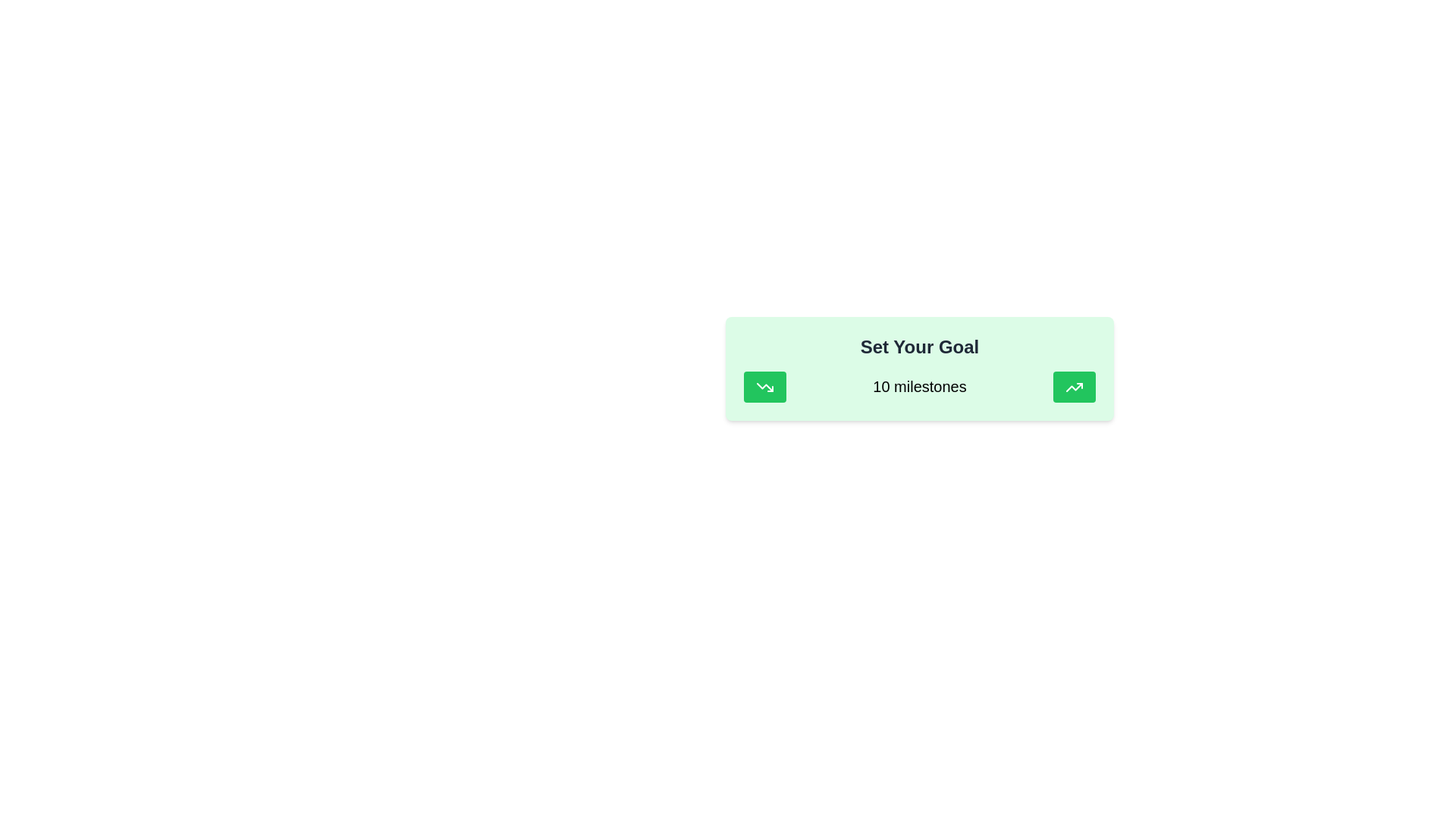 The image size is (1456, 819). Describe the element at coordinates (919, 385) in the screenshot. I see `the static text displaying the number of milestones in the goal-setting interface, which is centered horizontally and vertically between button icons` at that location.